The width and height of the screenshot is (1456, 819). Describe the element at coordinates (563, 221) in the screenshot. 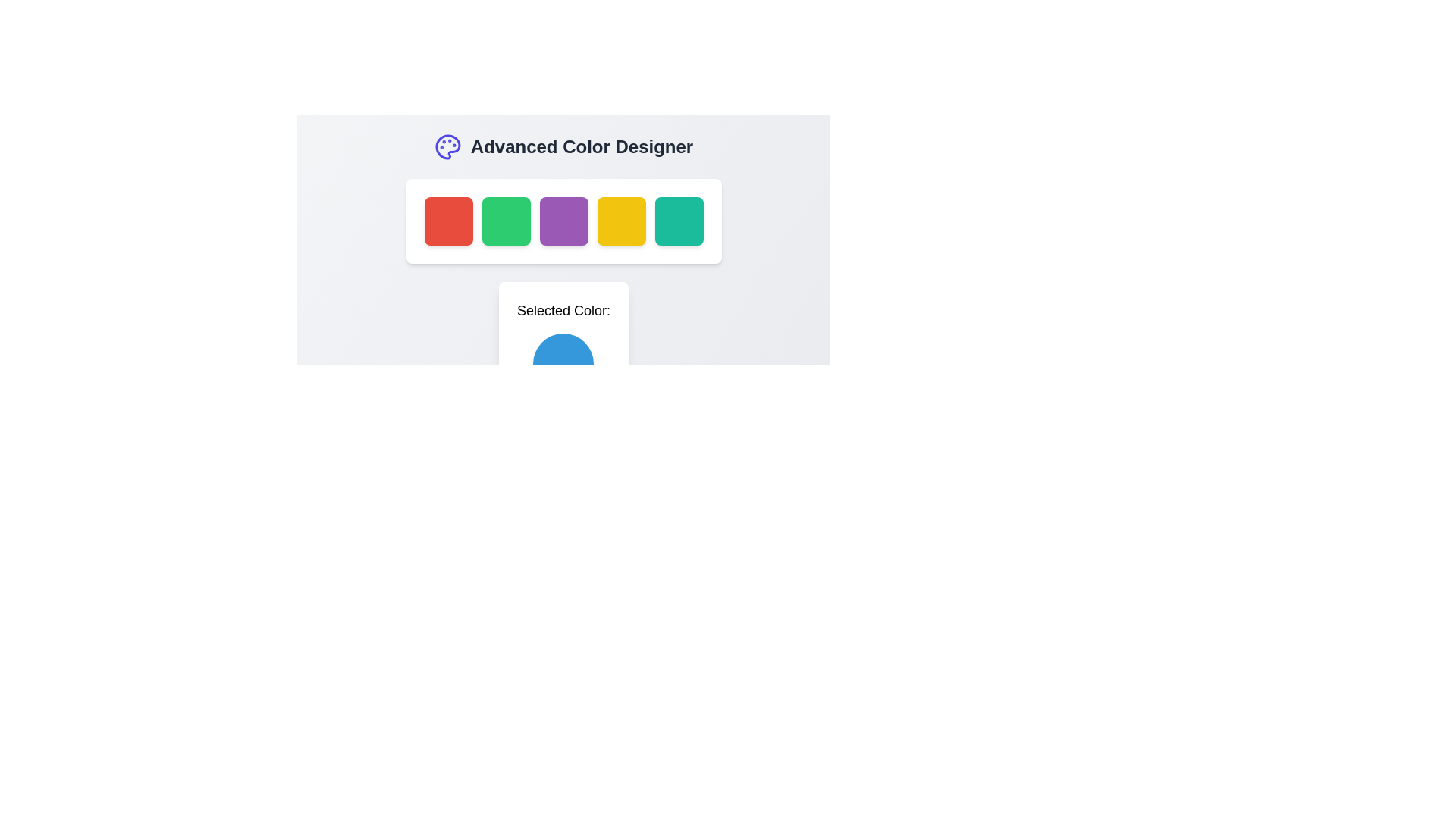

I see `the purple square with a rounded border located in the center position of a row of five colorful squares` at that location.